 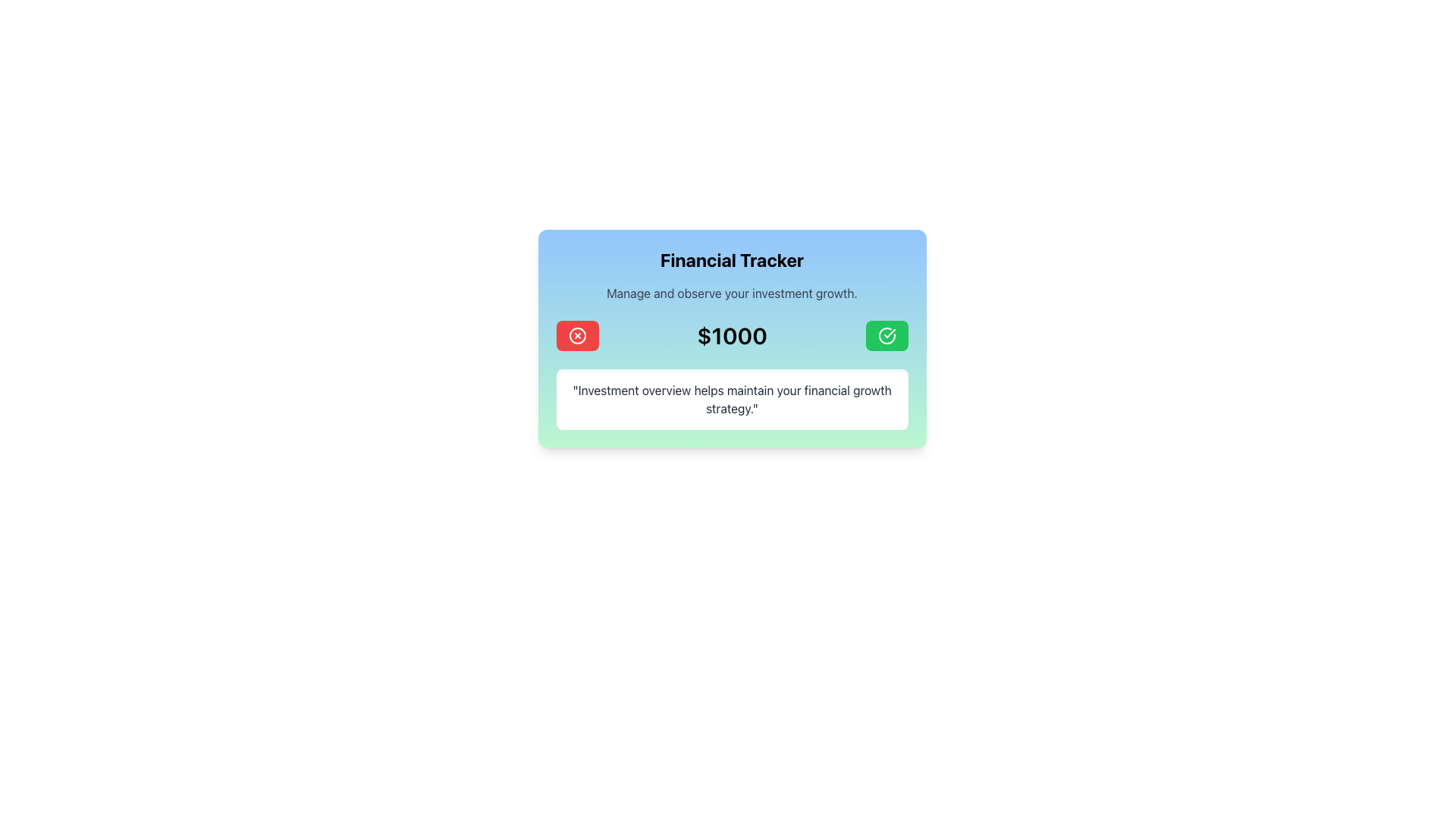 I want to click on the confirm action button represented by a checkmark icon, so click(x=886, y=335).